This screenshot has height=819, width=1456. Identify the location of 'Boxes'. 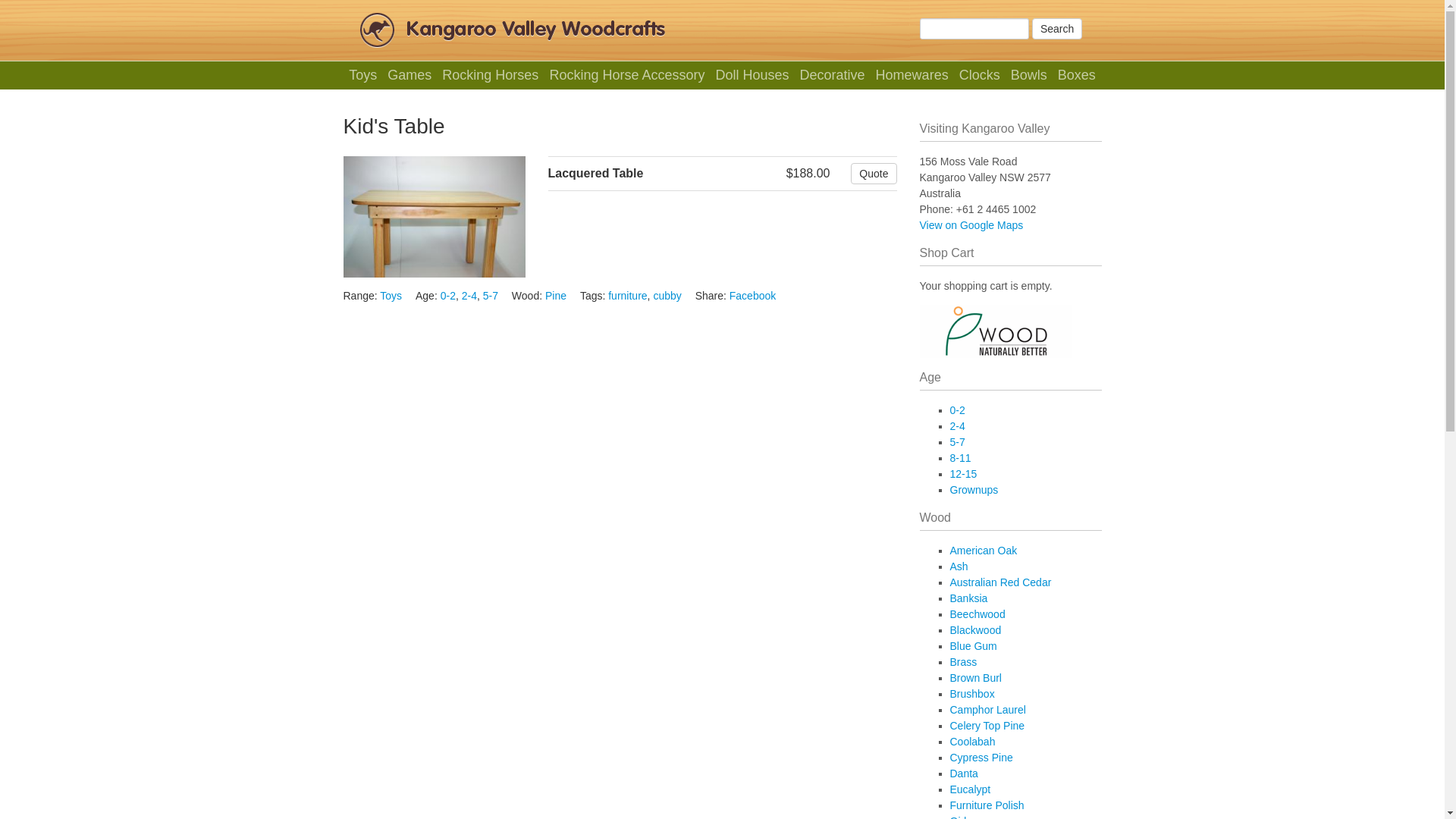
(1053, 75).